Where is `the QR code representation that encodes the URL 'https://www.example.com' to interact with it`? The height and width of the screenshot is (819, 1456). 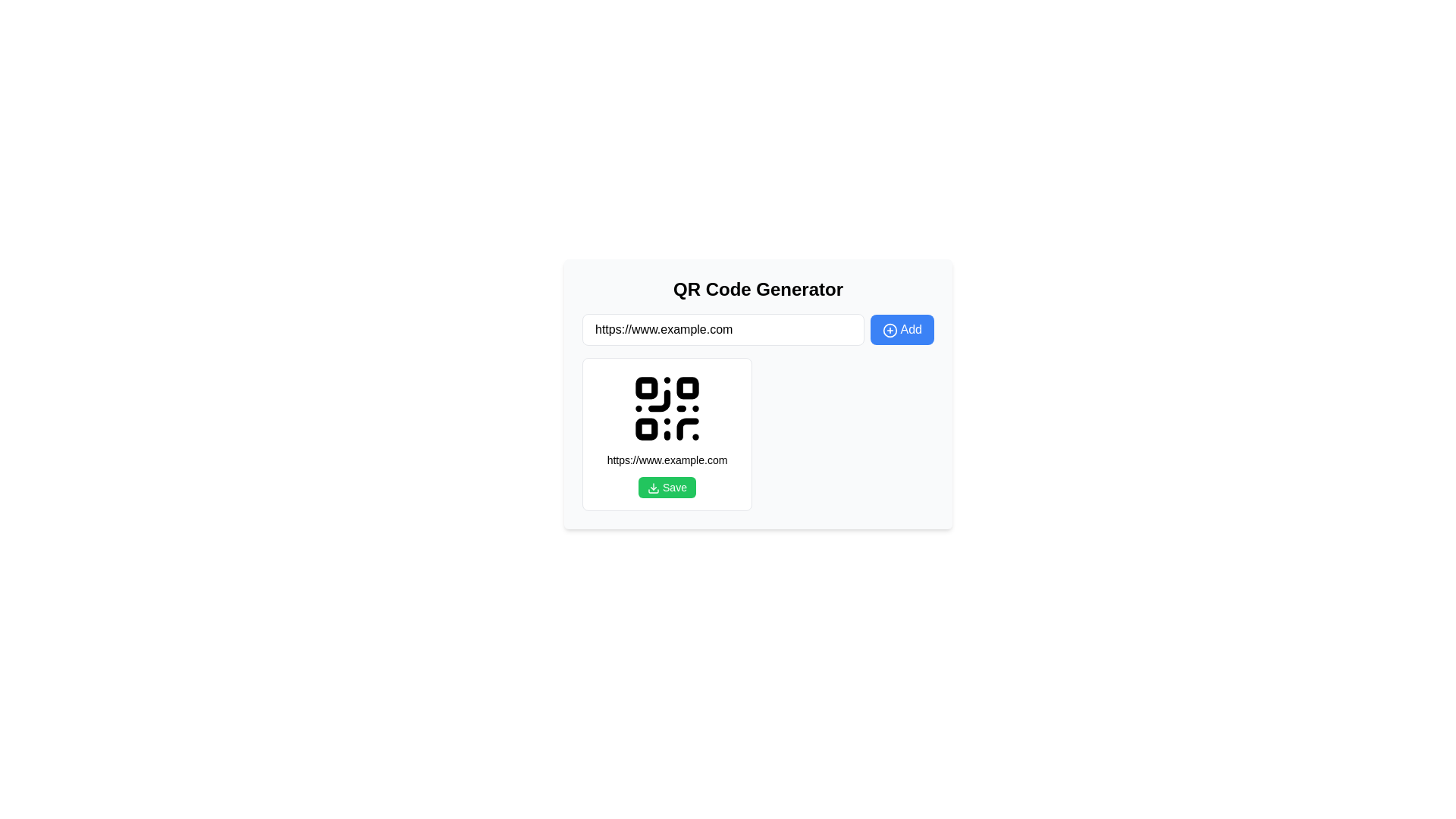
the QR code representation that encodes the URL 'https://www.example.com' to interact with it is located at coordinates (667, 408).